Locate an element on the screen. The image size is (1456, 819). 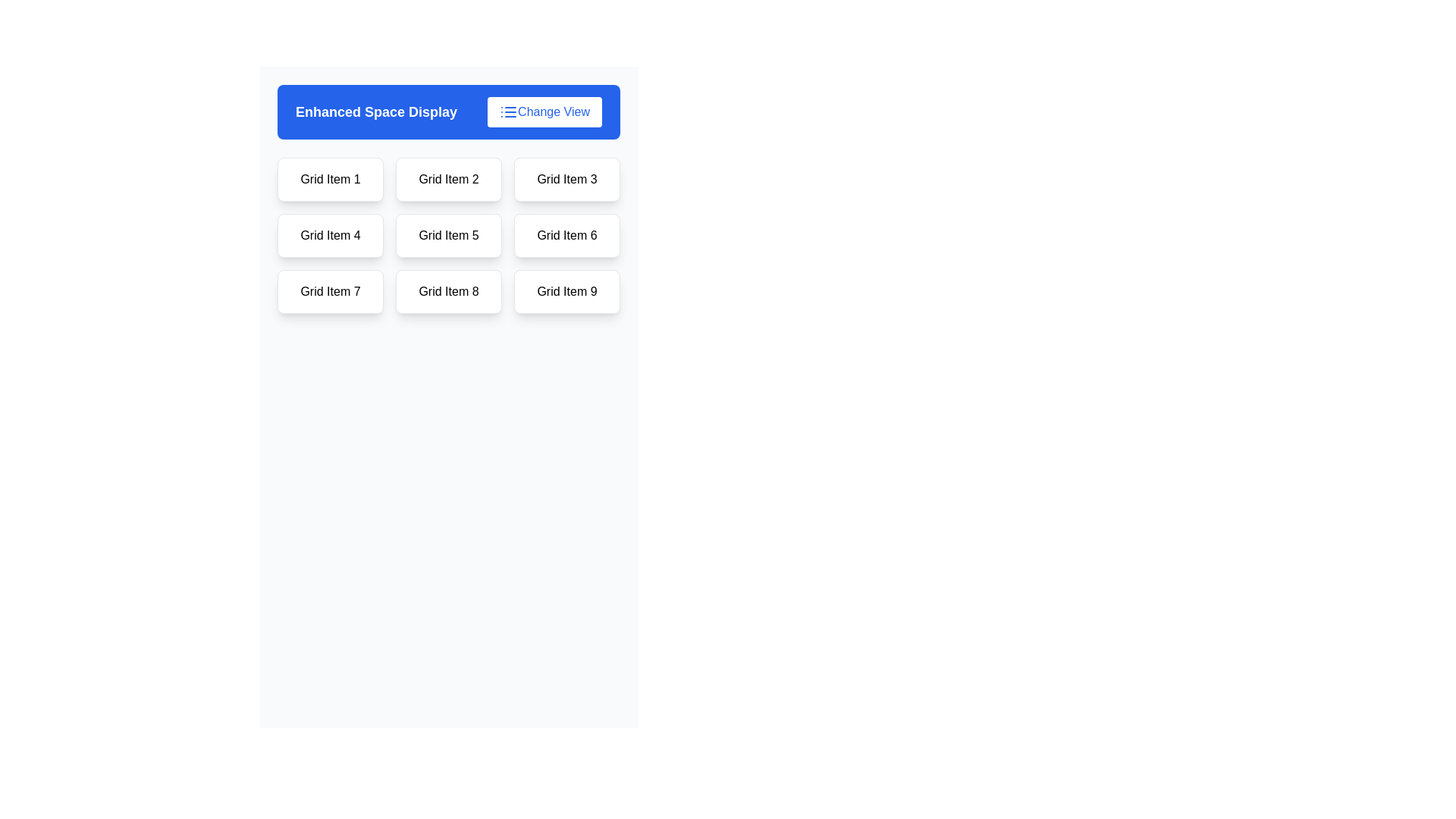
the Display Card with the text 'Grid Item 4', which is a rectangular grid item styled with a white background and rounded corners, located in the second row, first column of a 3-column grid layout is located at coordinates (330, 236).